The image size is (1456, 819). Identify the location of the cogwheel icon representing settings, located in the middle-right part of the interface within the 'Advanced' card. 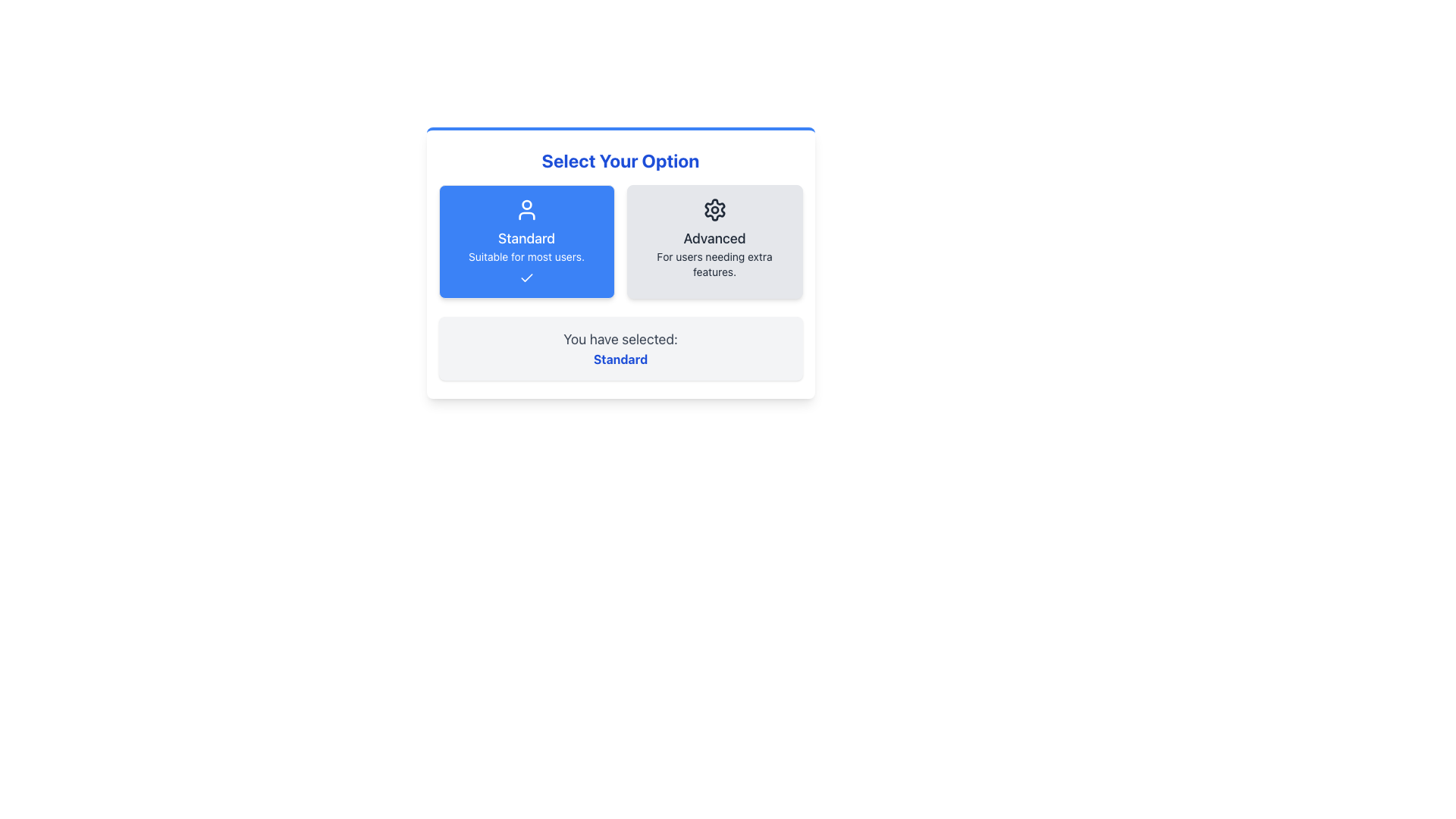
(714, 210).